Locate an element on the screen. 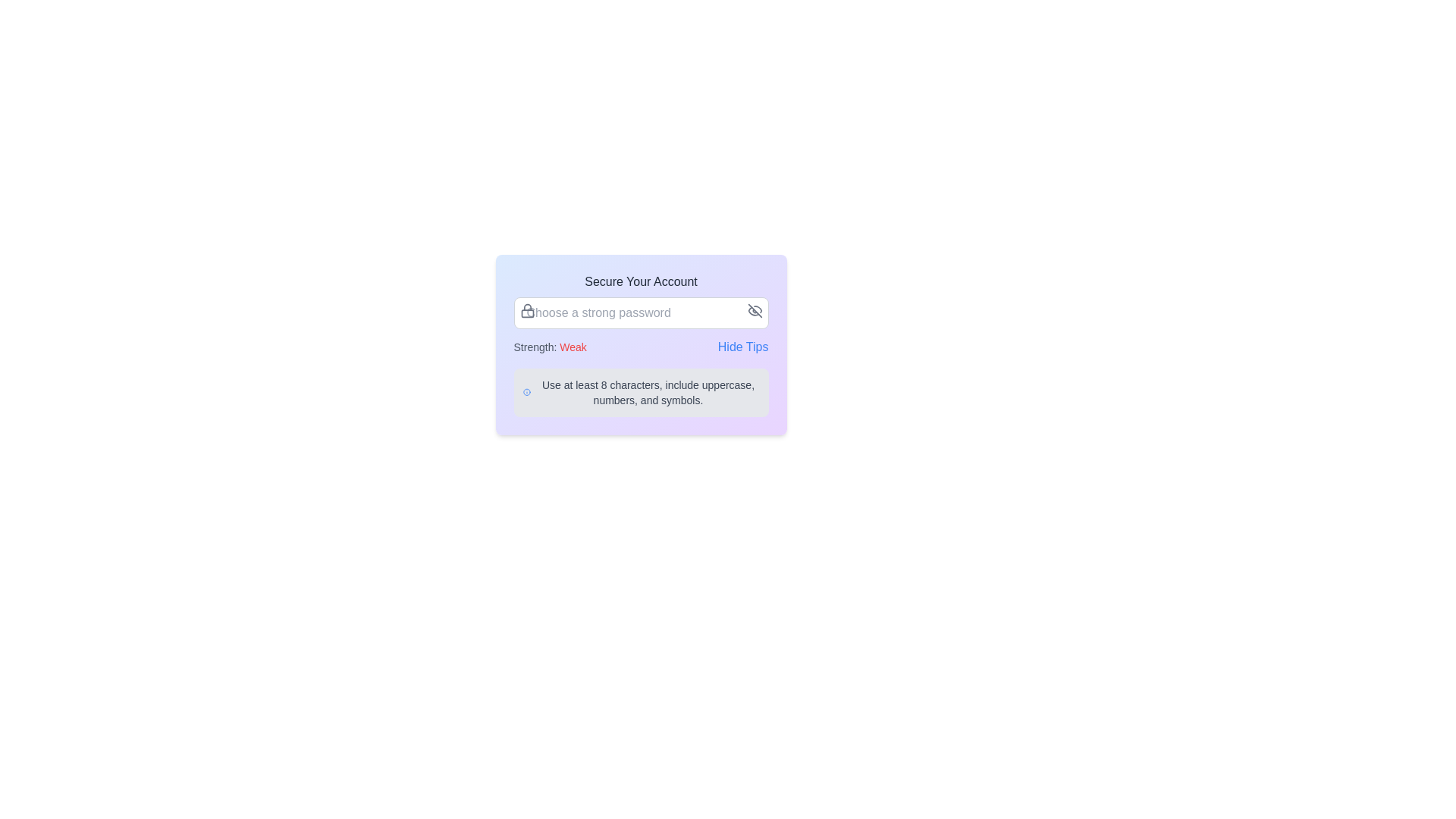 The image size is (1456, 819). the circular icon with a blue outline and a white center containing an information symbol ('i') is located at coordinates (527, 391).